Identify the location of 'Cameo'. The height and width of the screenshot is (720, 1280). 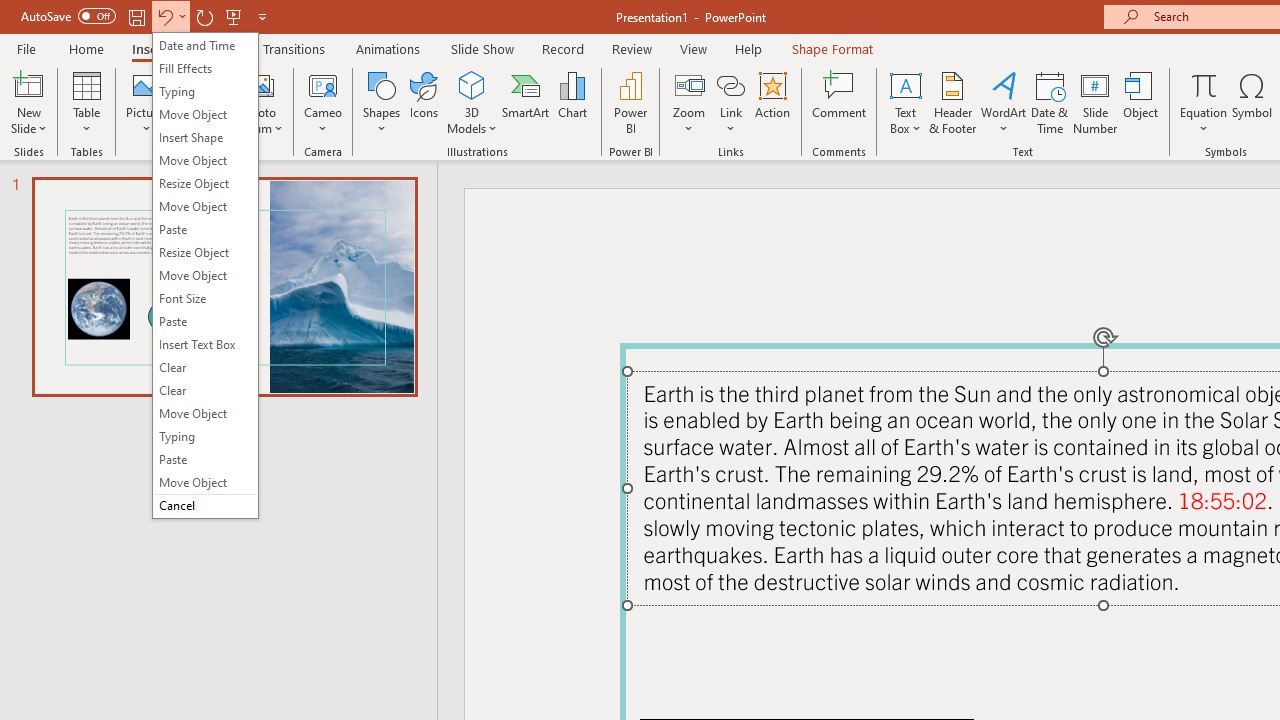
(323, 84).